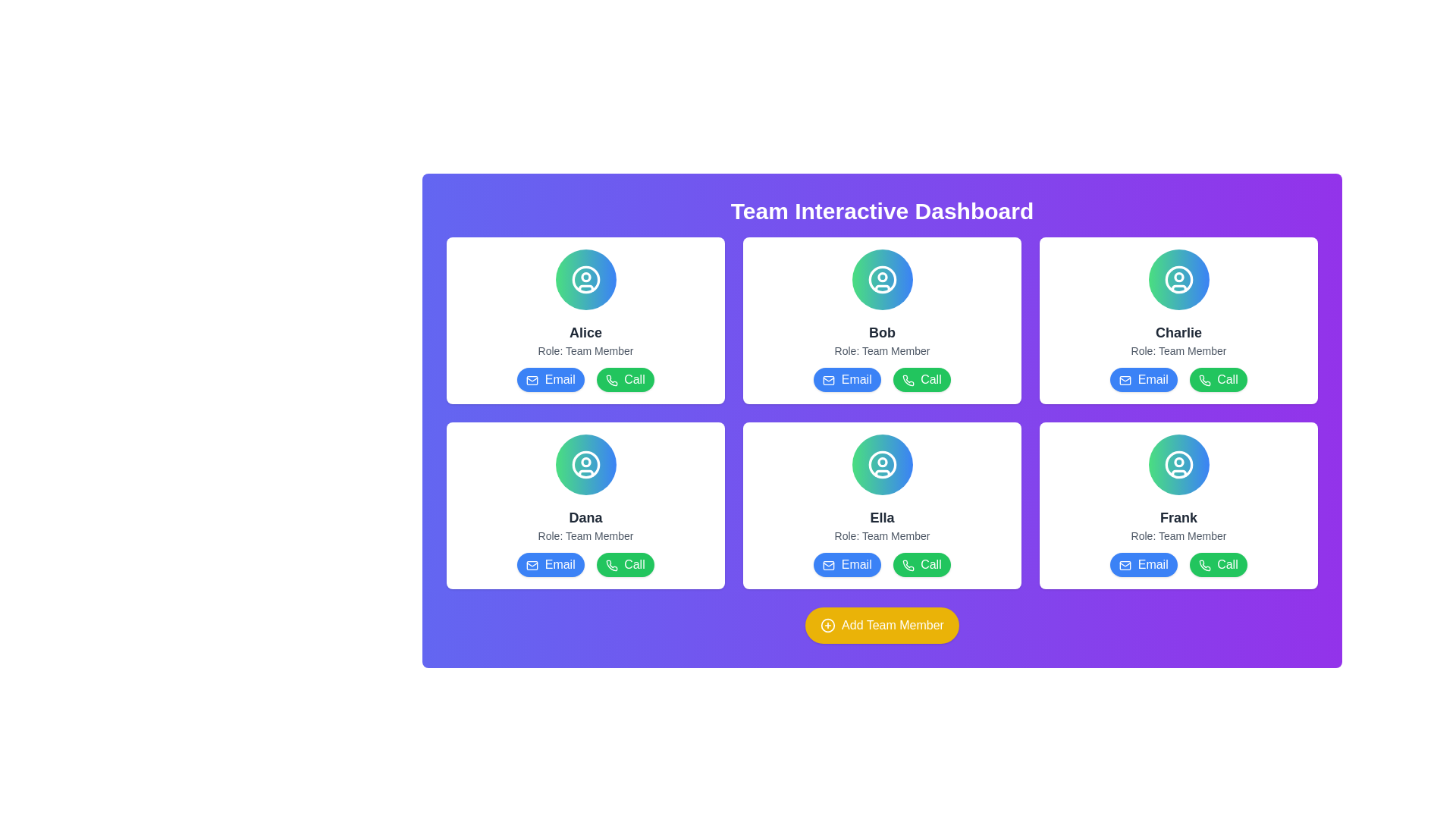  Describe the element at coordinates (1125, 379) in the screenshot. I see `the email icon associated with team member Charlie, which is visually represented by an SVG Rectangle located in the top-right area of the team member grid layout` at that location.